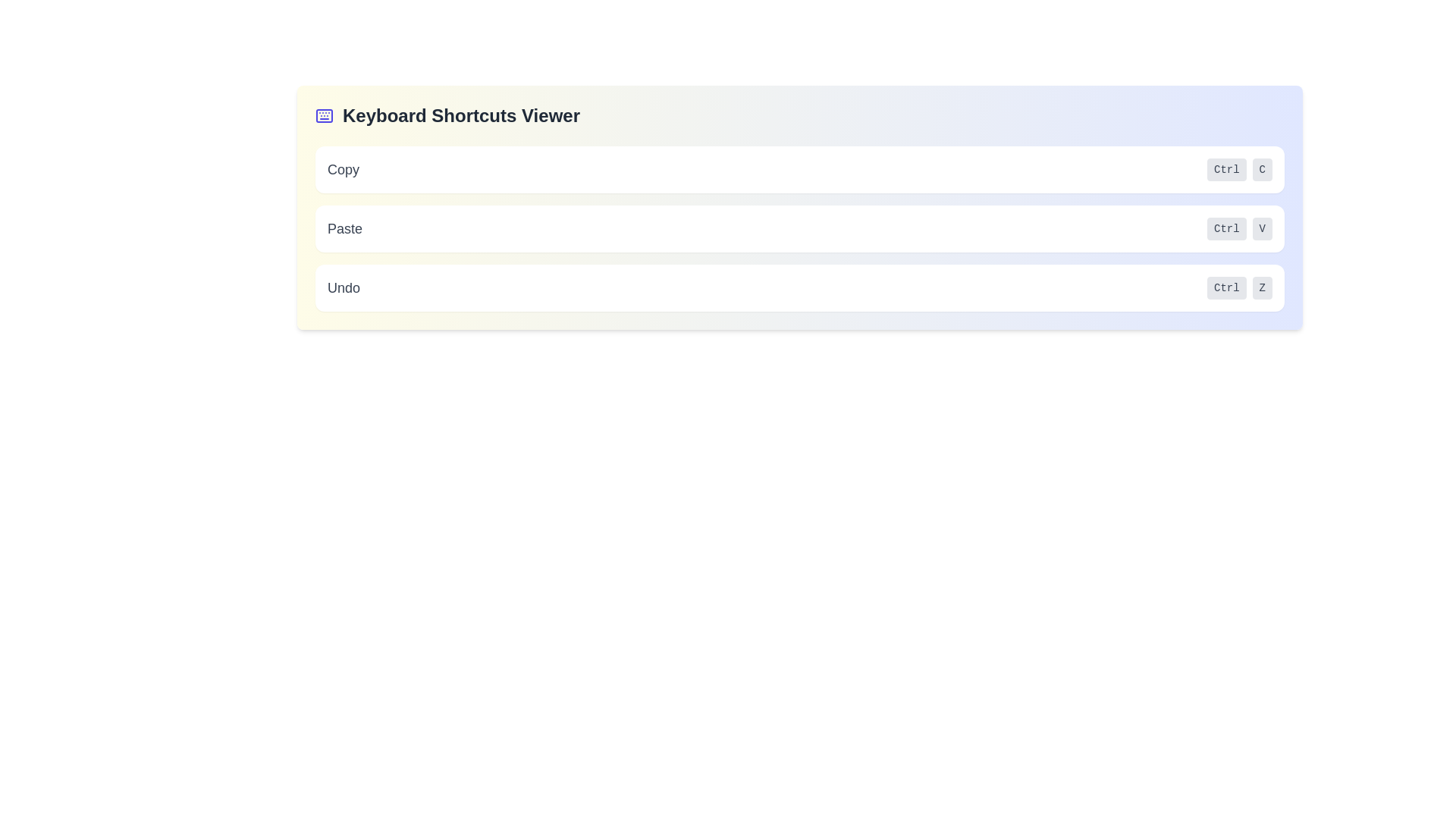 This screenshot has width=1456, height=819. I want to click on the keyboard shortcuts icon, which is the leftmost element in the header section of the 'Keyboard Shortcuts Viewer', so click(323, 115).